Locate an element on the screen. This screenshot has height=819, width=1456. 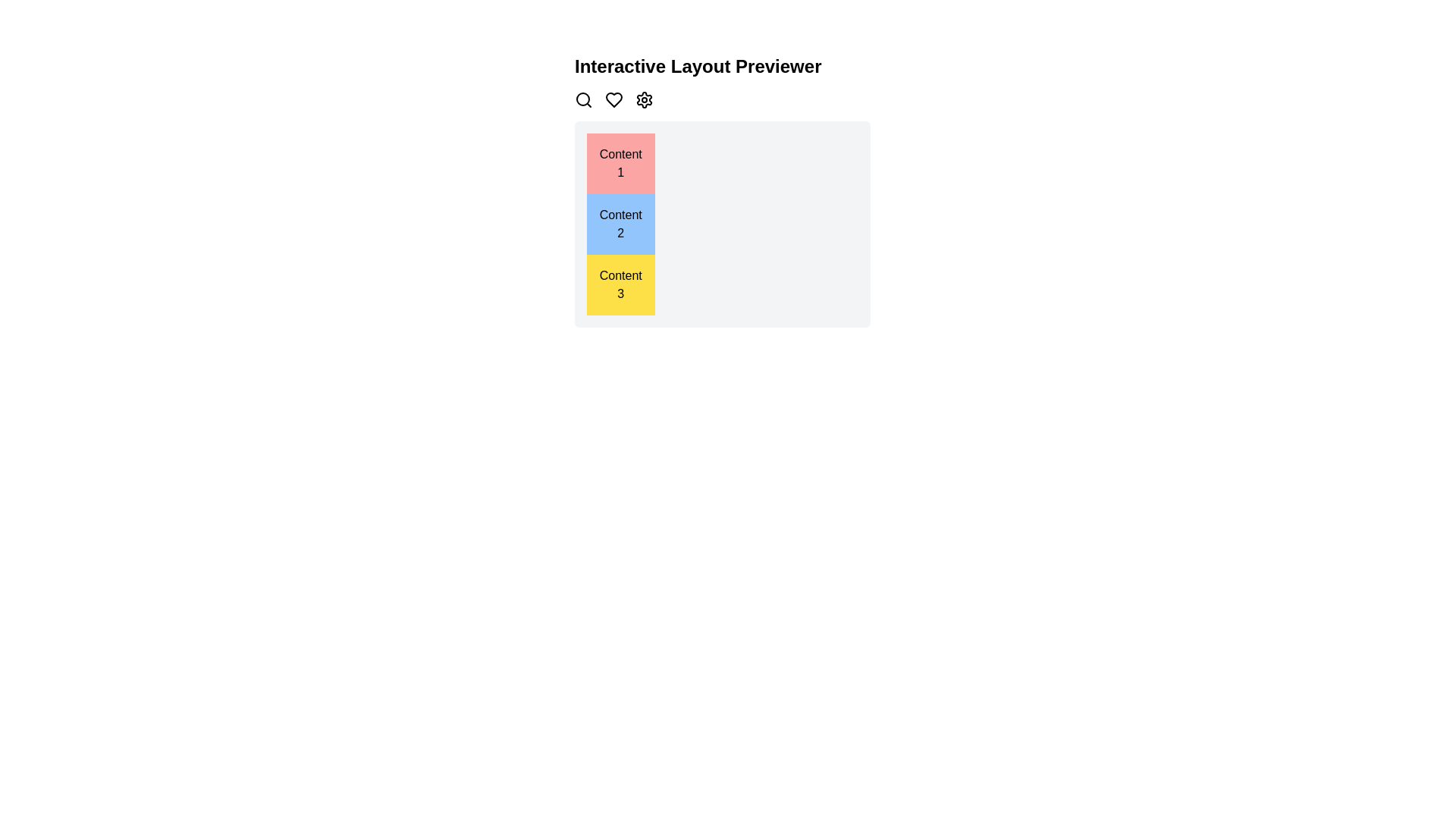
the settings icon located at the top right section of the interface, next to the heart icon is located at coordinates (644, 99).